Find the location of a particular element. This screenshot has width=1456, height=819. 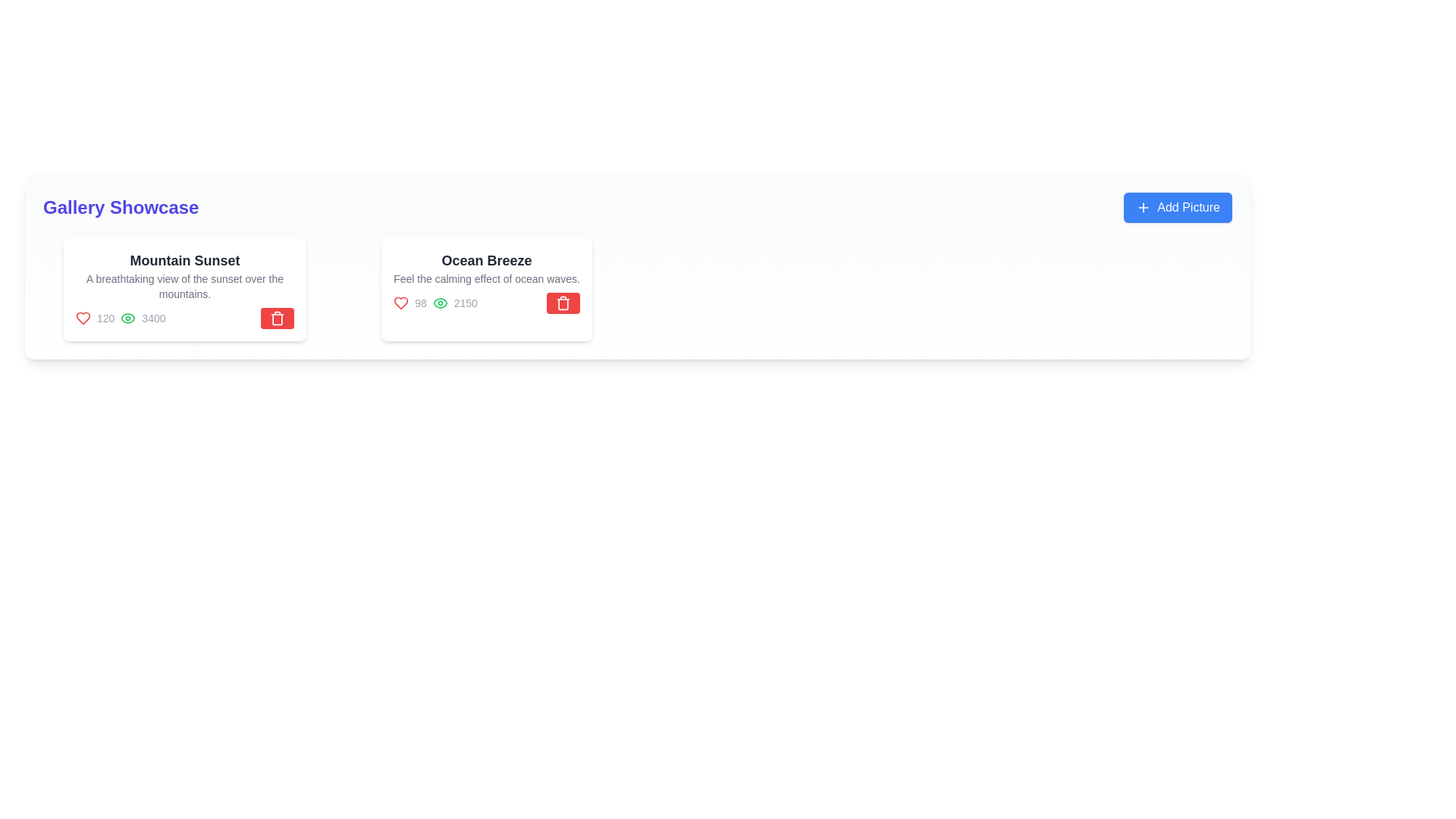

the heart icon in the second card titled 'Ocean Breeze' is located at coordinates (401, 303).